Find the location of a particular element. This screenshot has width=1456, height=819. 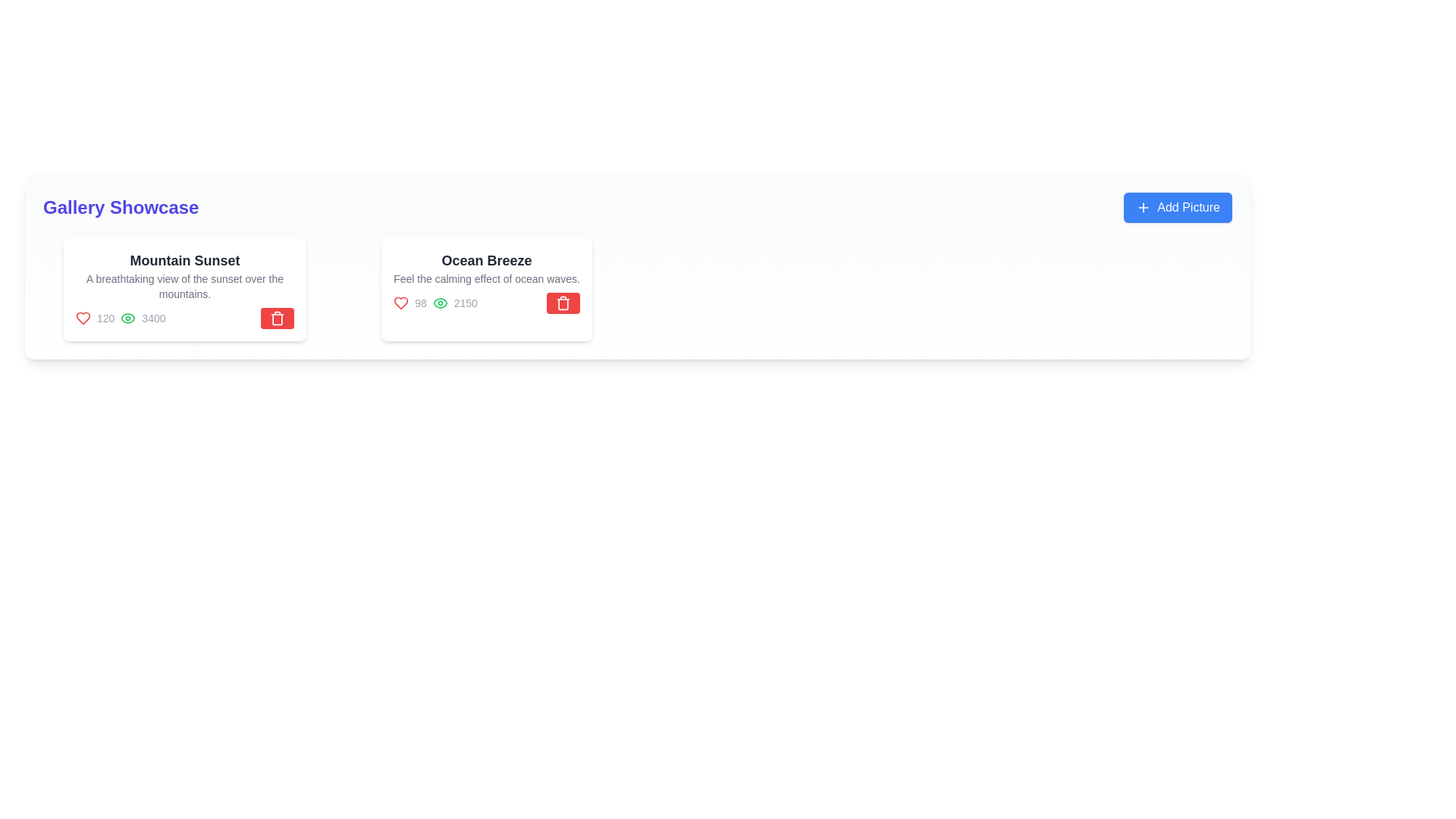

the heart icon in the second card titled 'Ocean Breeze' is located at coordinates (401, 303).